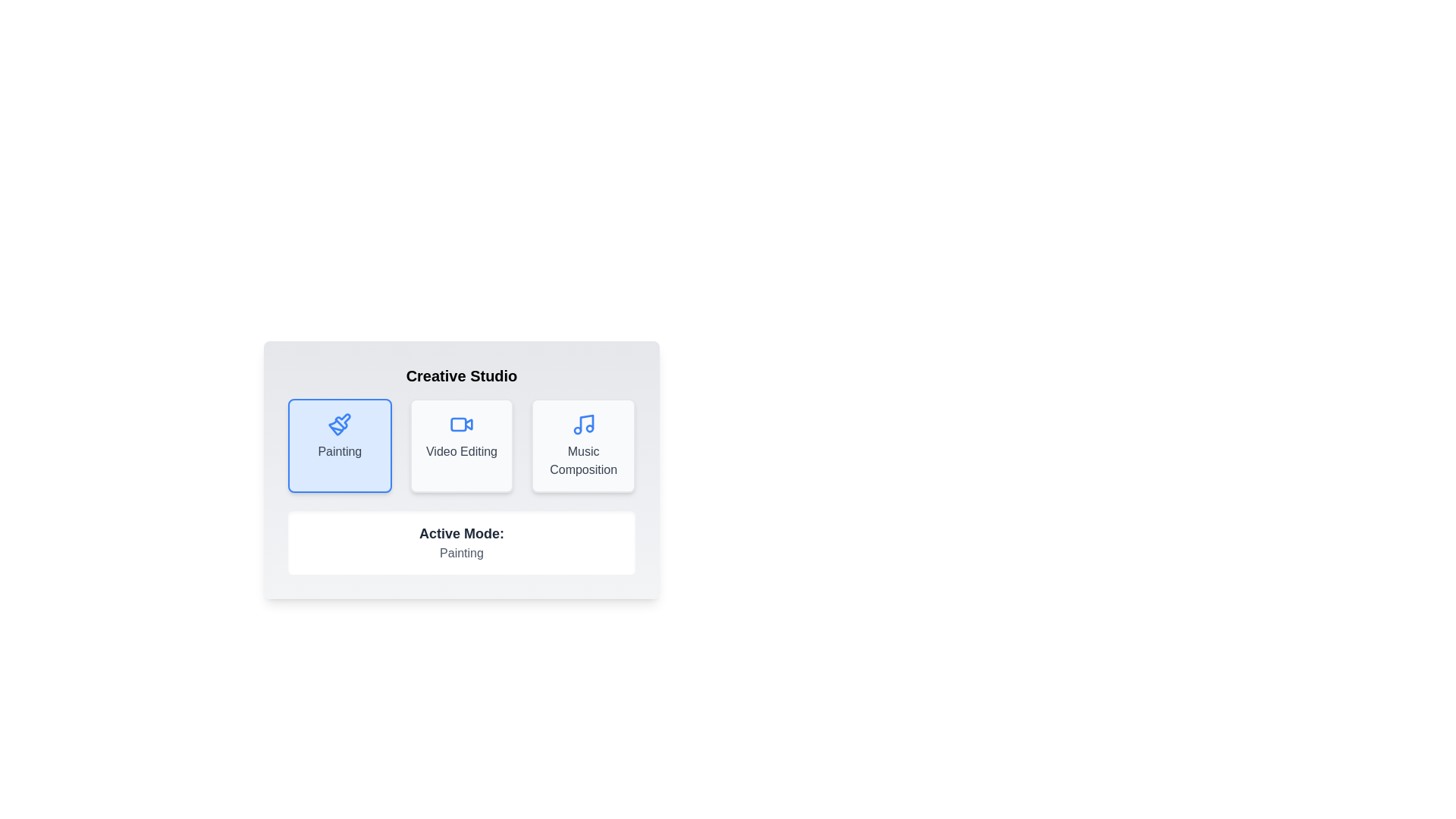  I want to click on the button corresponding to the selected mode Music Composition, so click(582, 444).